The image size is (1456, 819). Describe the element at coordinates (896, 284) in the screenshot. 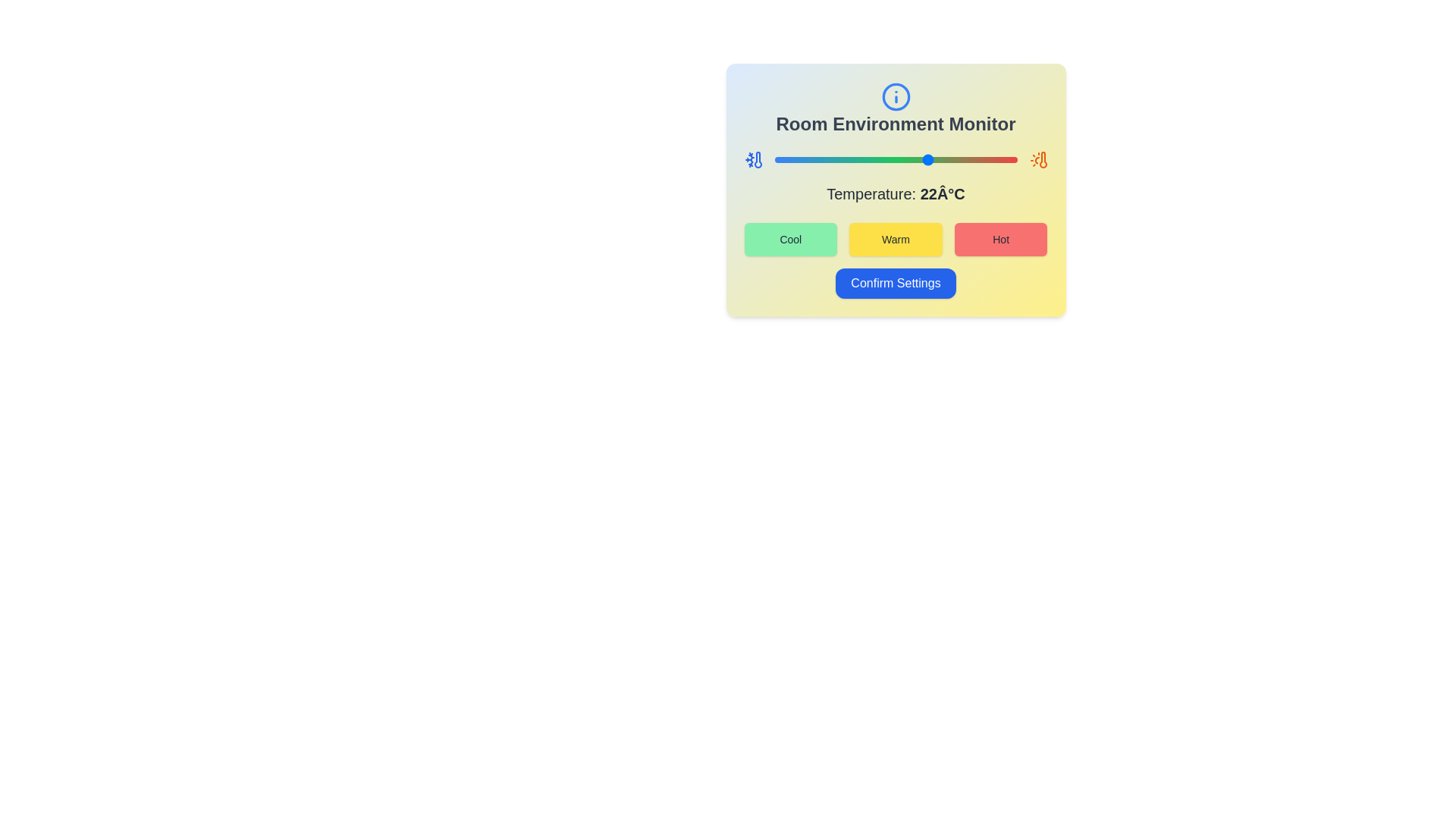

I see `the 'Confirm Settings' button to confirm the temperature` at that location.